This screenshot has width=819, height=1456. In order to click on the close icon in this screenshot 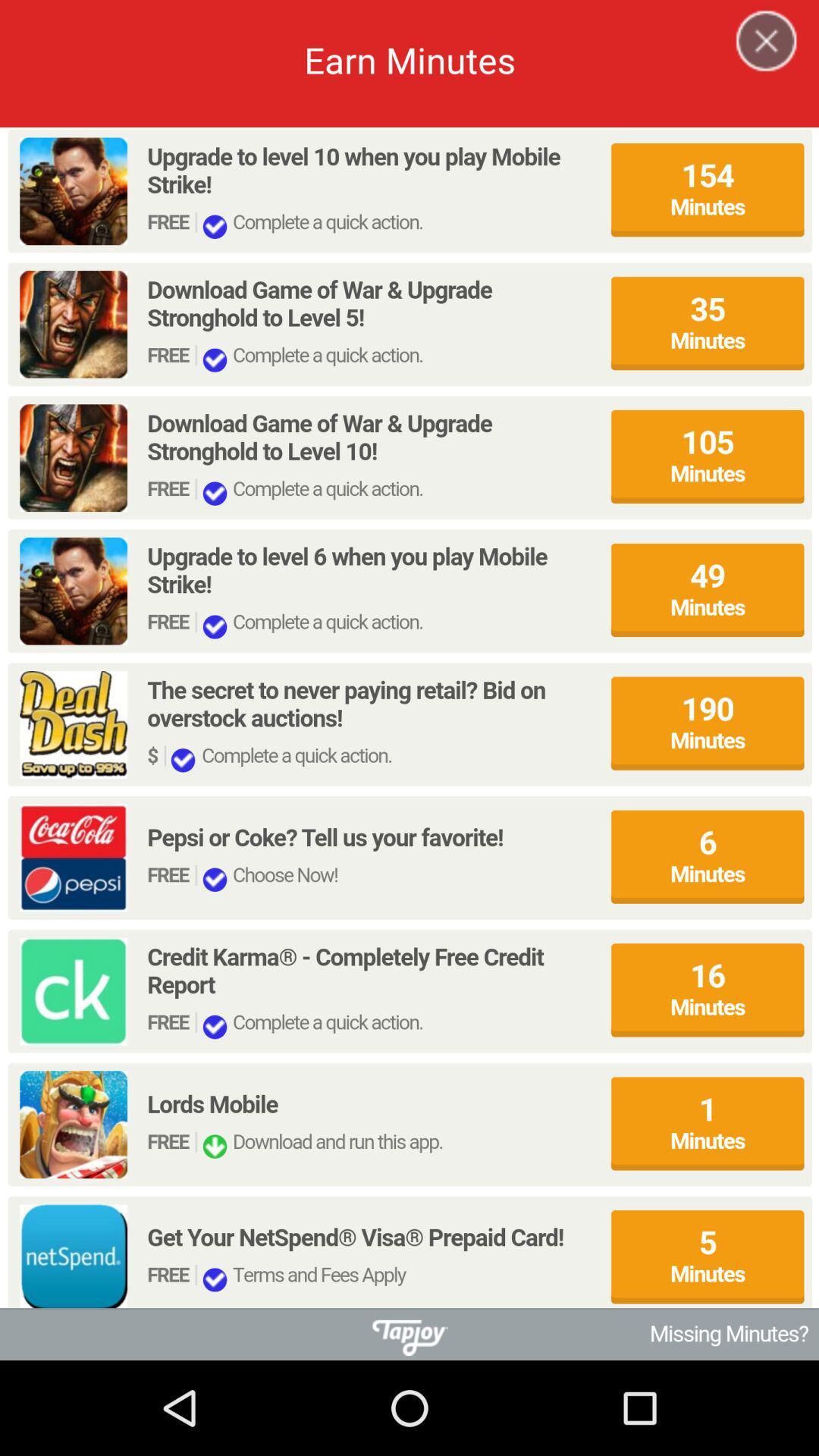, I will do `click(757, 61)`.